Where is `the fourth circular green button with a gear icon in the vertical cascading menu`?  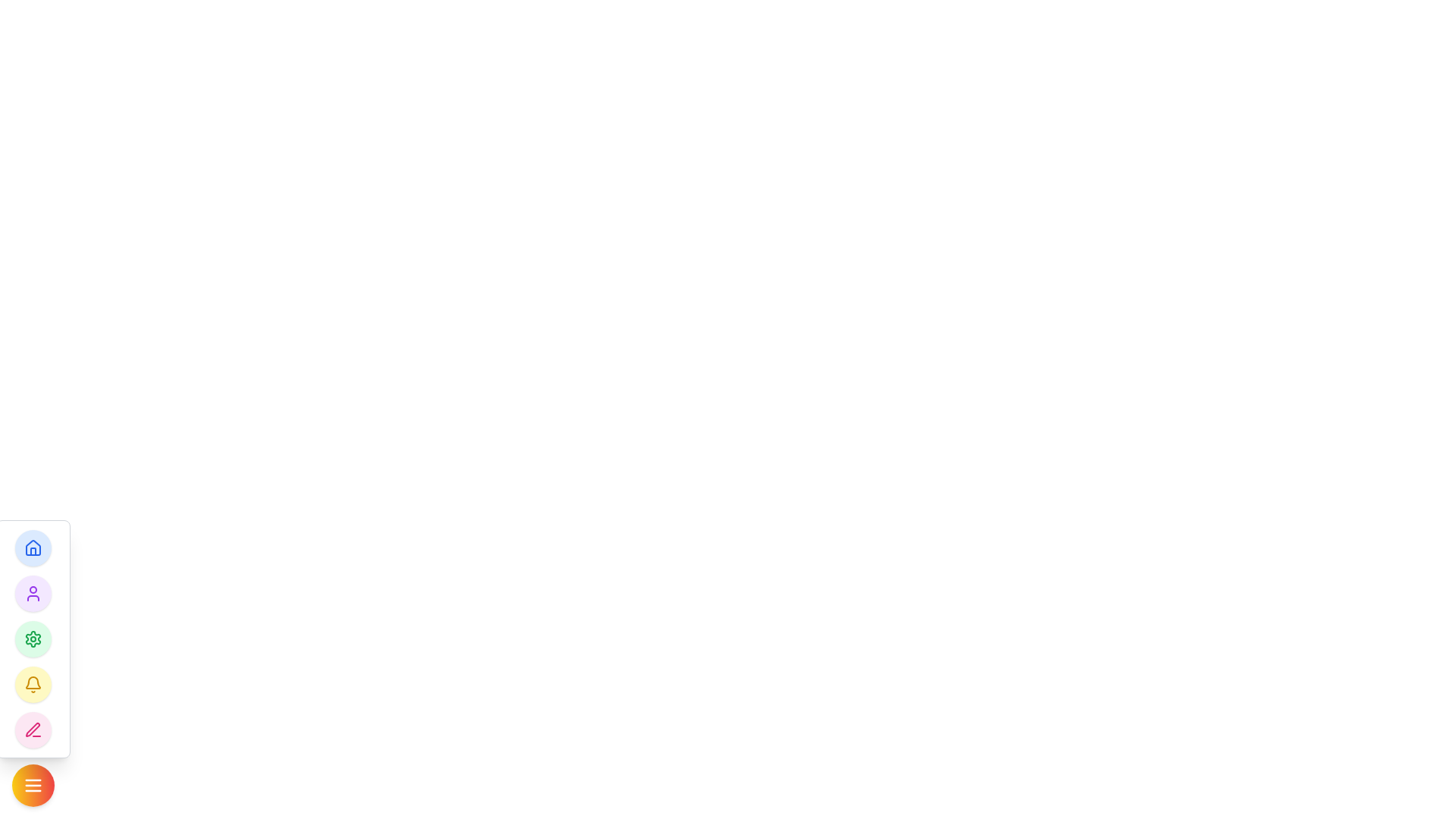
the fourth circular green button with a gear icon in the vertical cascading menu is located at coordinates (33, 639).